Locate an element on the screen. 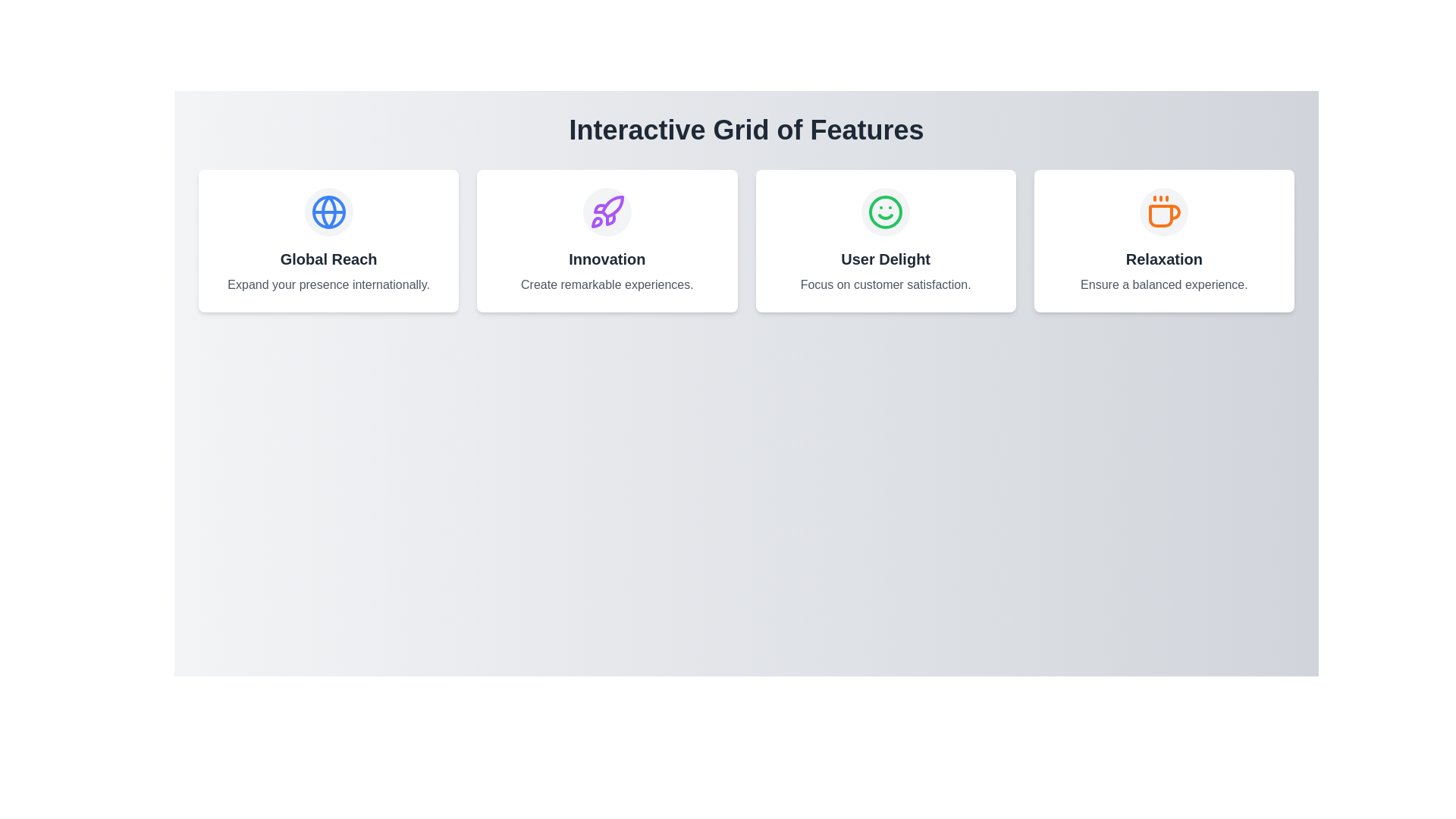 The width and height of the screenshot is (1456, 819). the 'User Delight' icon located in the third card of a horizontally arranged grid layout is located at coordinates (886, 212).